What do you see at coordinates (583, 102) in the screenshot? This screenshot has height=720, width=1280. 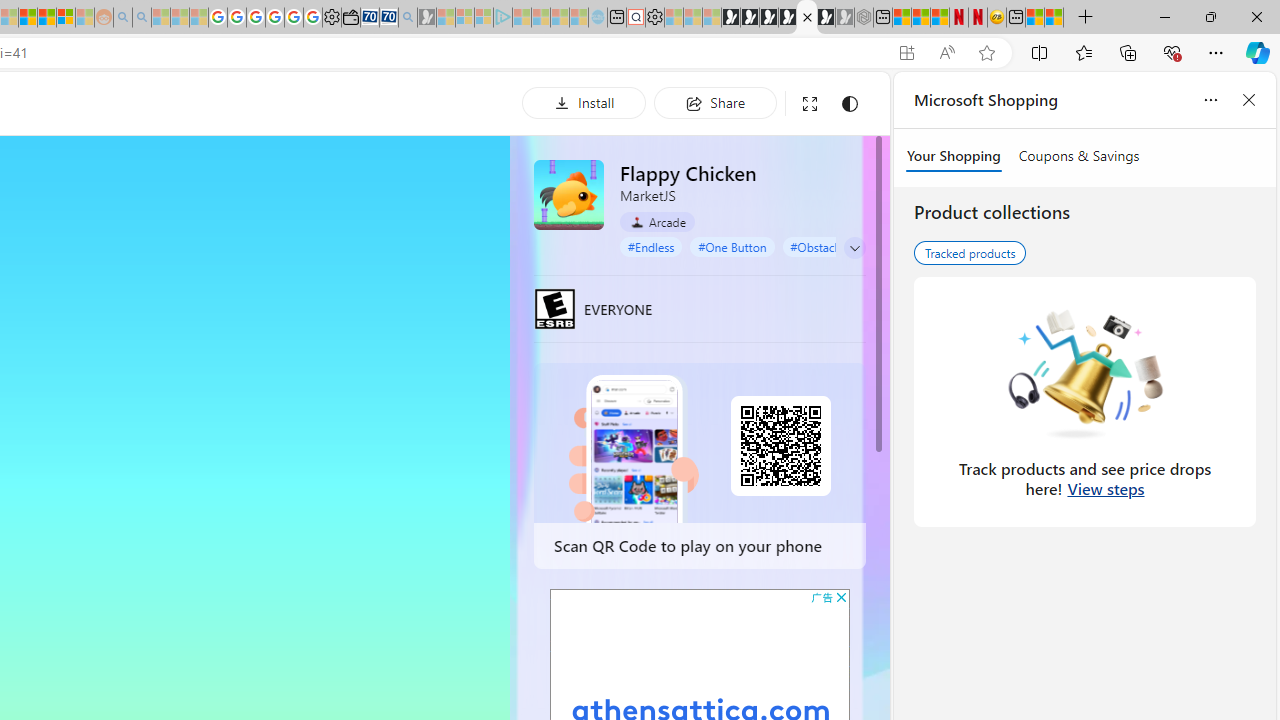 I see `'Install'` at bounding box center [583, 102].